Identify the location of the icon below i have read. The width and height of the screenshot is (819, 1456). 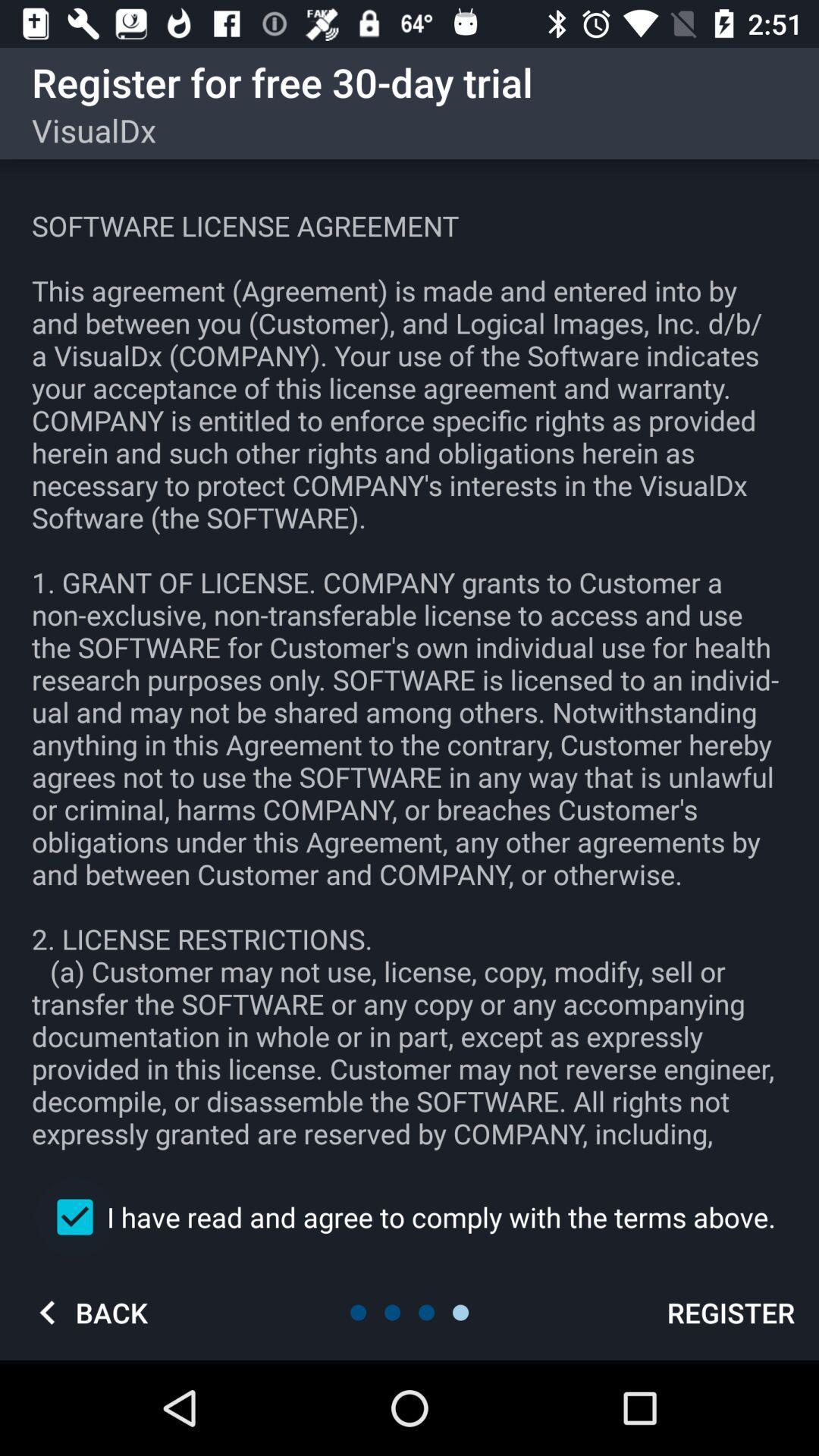
(87, 1312).